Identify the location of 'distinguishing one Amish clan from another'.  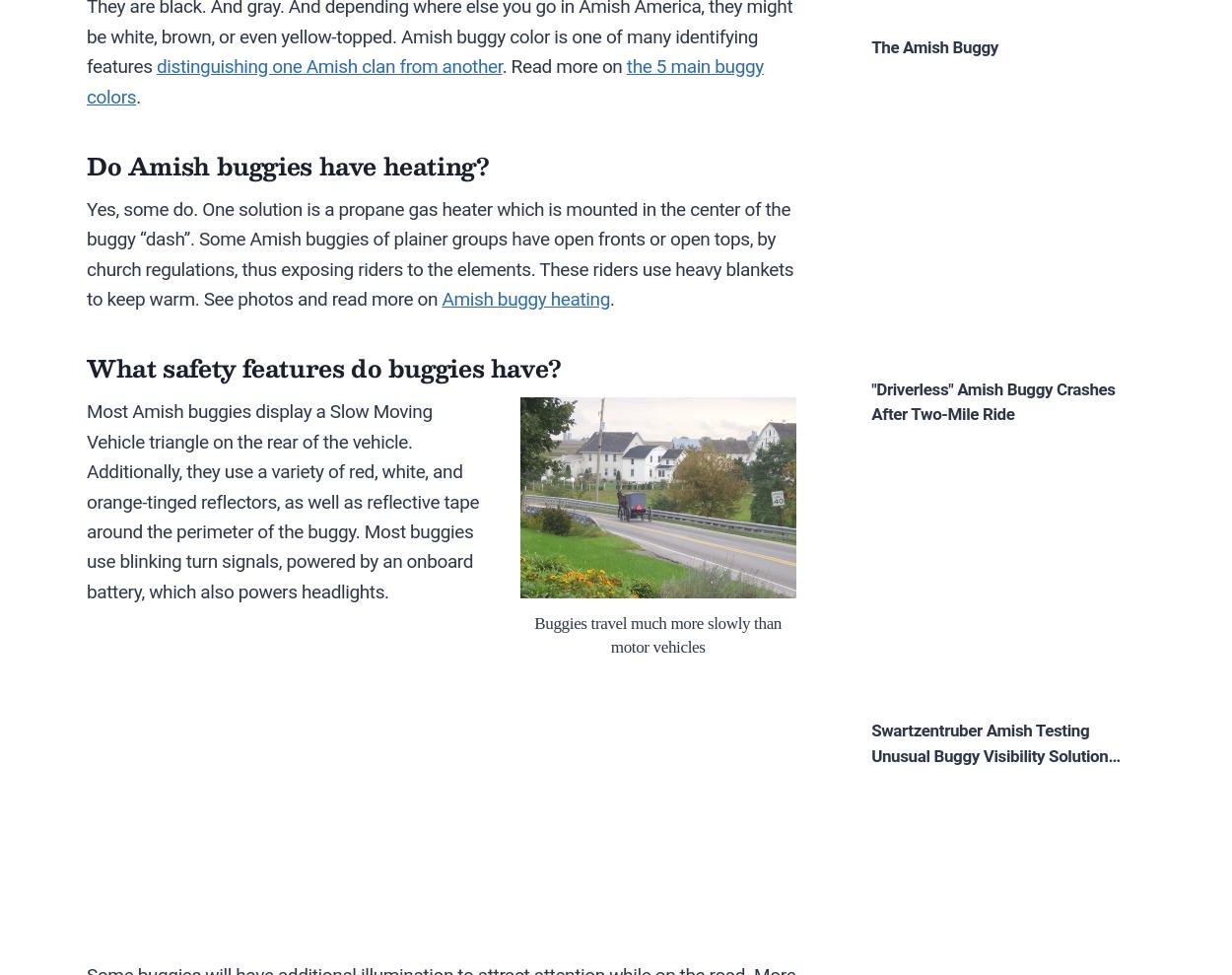
(327, 66).